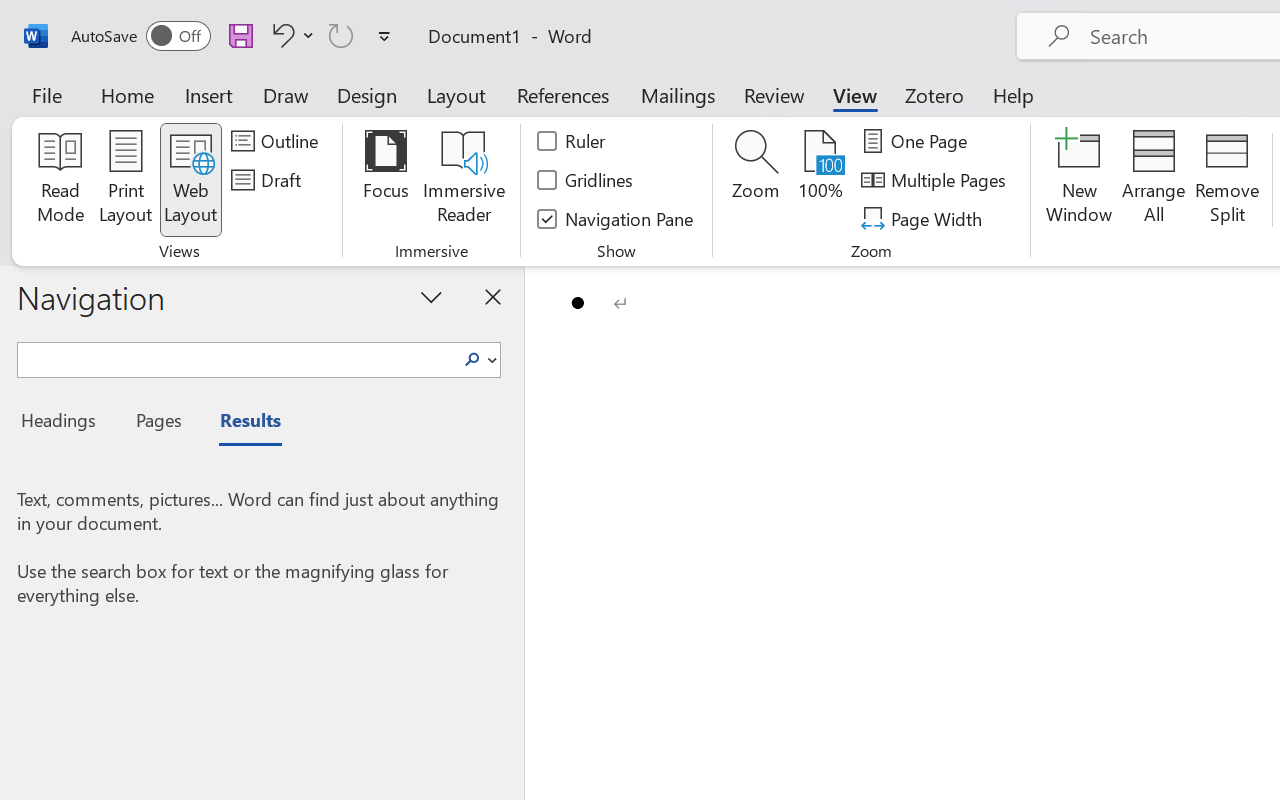 Image resolution: width=1280 pixels, height=800 pixels. I want to click on 'Pages', so click(155, 423).